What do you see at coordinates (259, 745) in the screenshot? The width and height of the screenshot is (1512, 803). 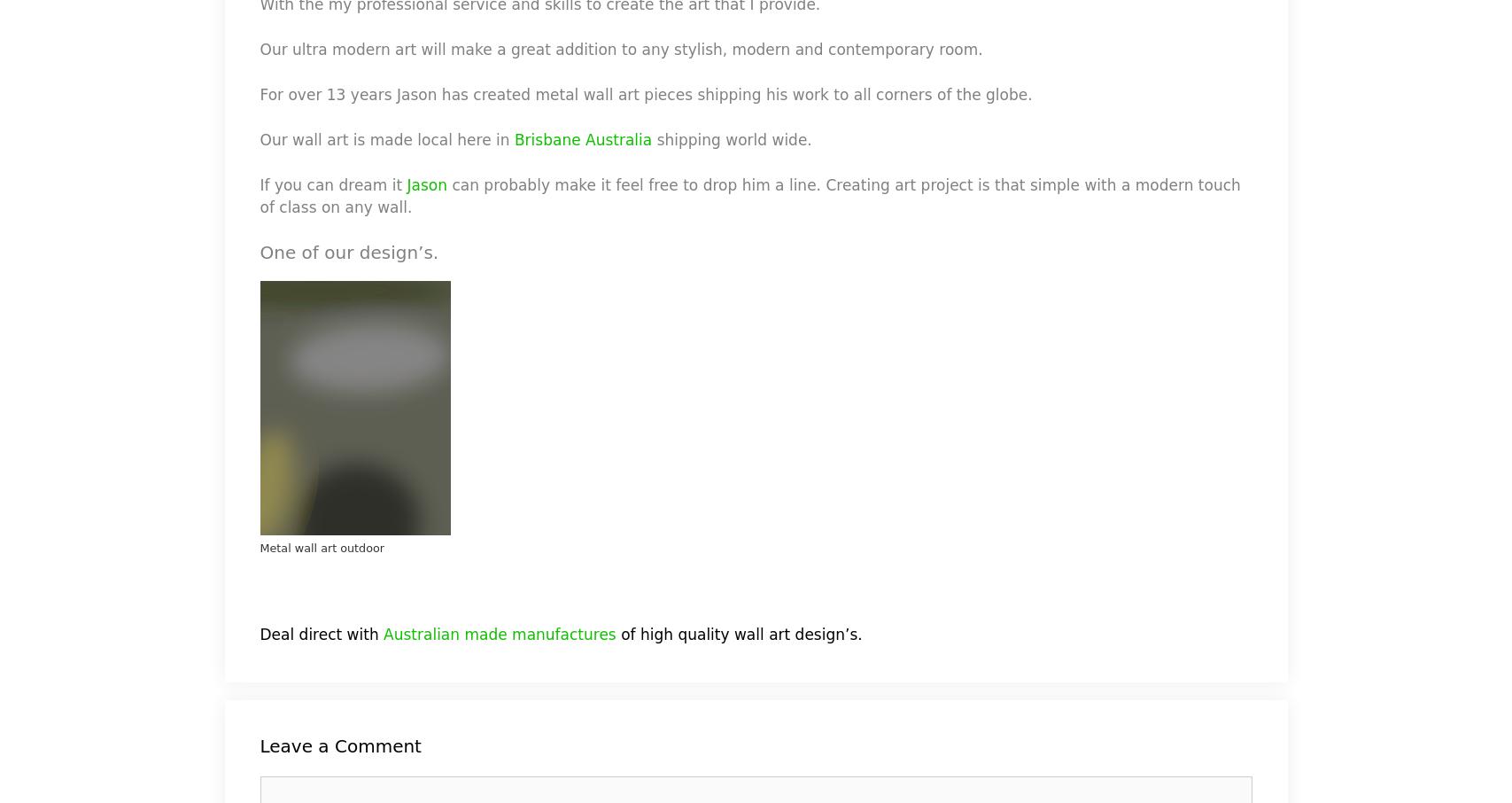 I see `'Leave a Comment'` at bounding box center [259, 745].